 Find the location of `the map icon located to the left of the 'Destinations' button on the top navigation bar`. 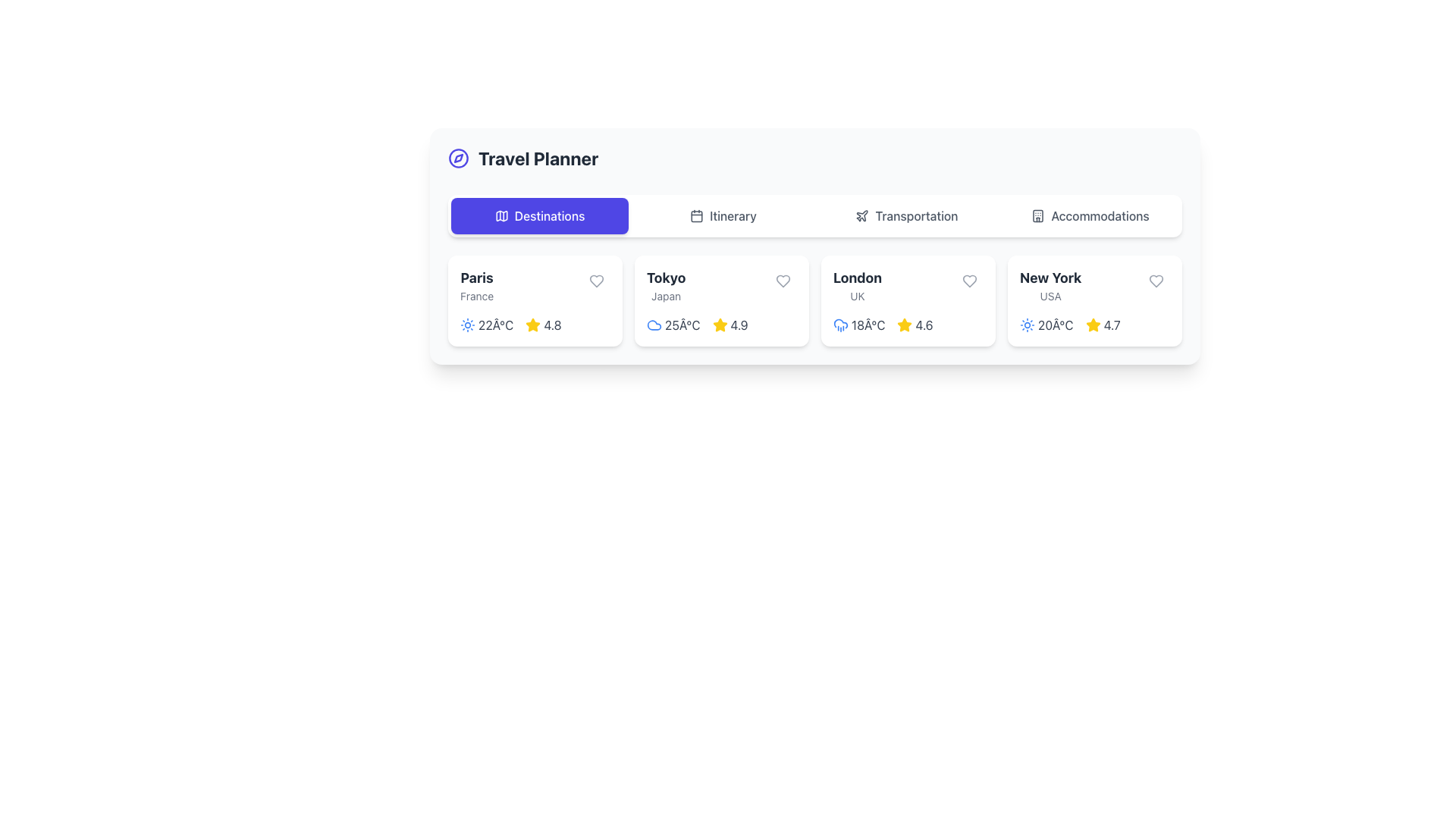

the map icon located to the left of the 'Destinations' button on the top navigation bar is located at coordinates (501, 216).